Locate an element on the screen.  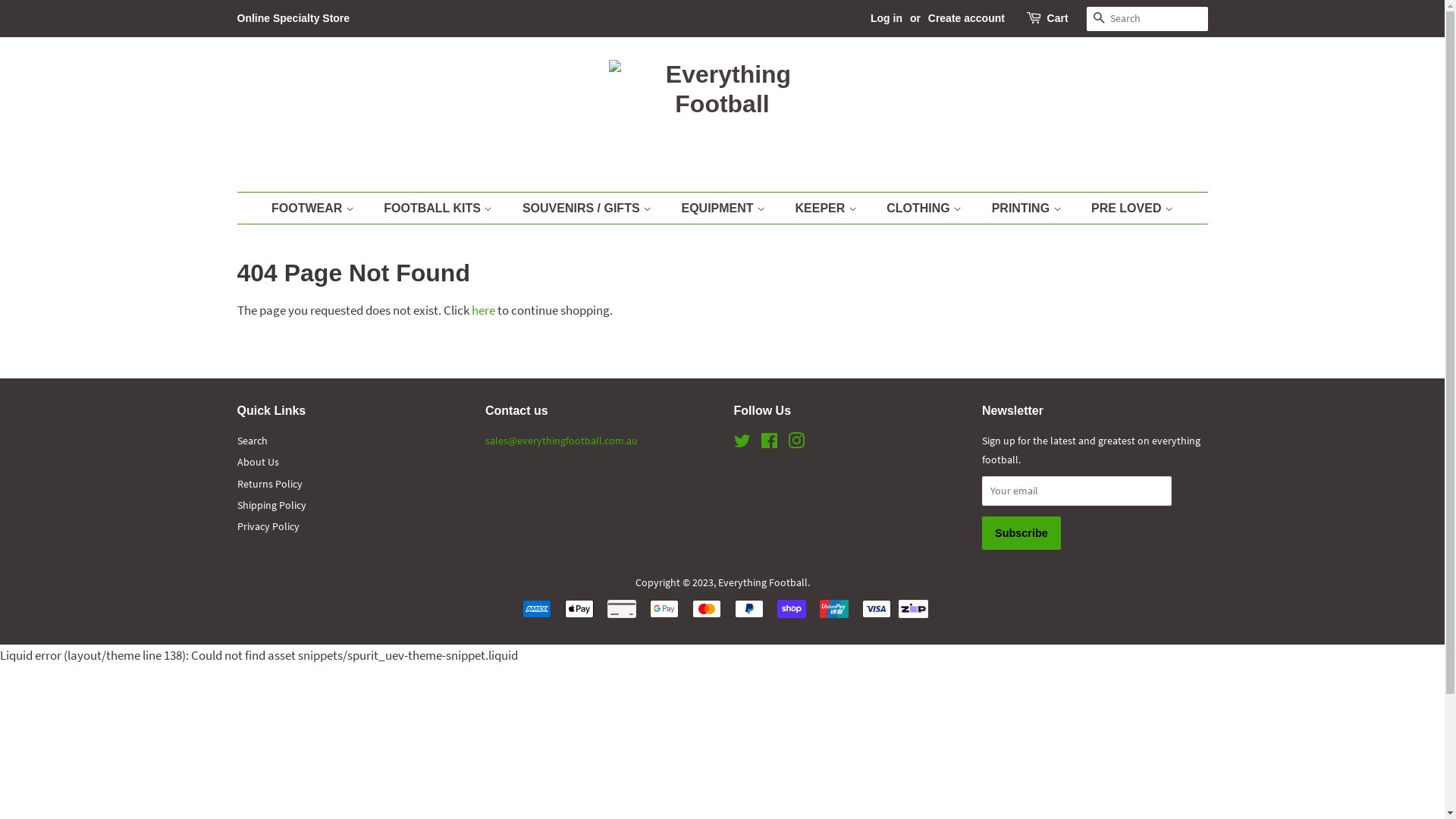
'Shipping Policy' is located at coordinates (271, 505).